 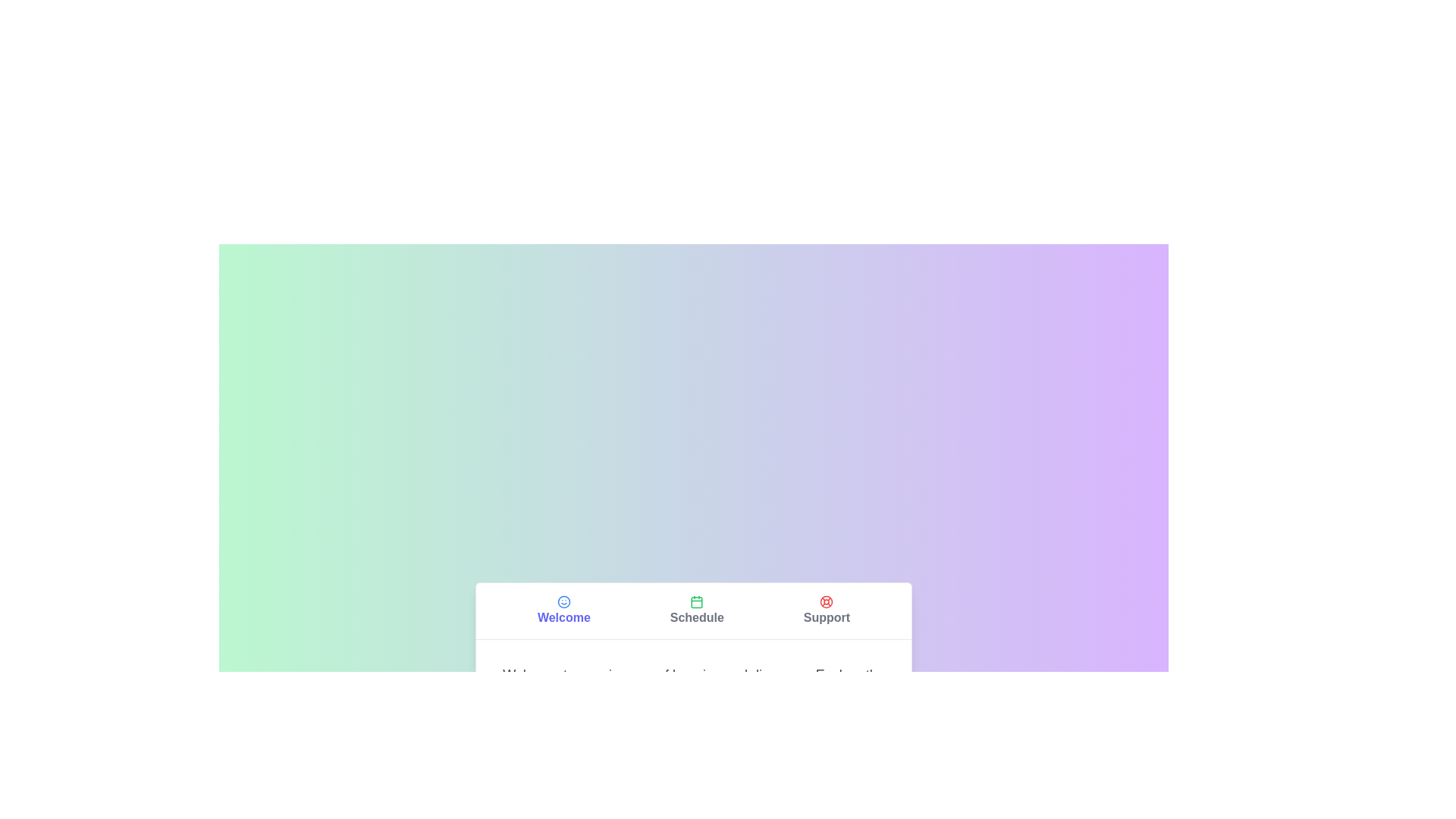 What do you see at coordinates (826, 610) in the screenshot?
I see `the Support tab to view its content` at bounding box center [826, 610].